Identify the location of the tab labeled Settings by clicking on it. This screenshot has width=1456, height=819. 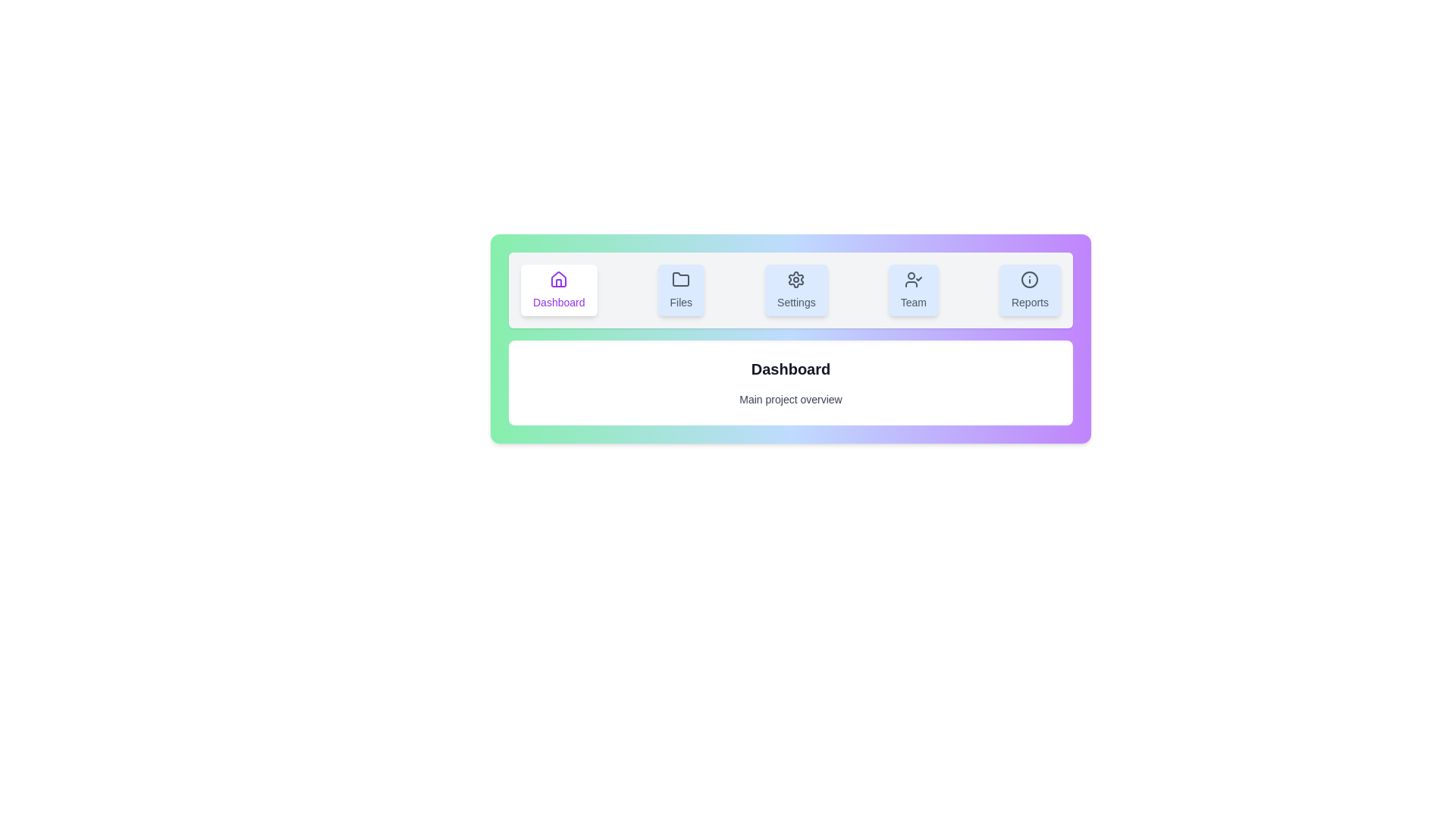
(795, 290).